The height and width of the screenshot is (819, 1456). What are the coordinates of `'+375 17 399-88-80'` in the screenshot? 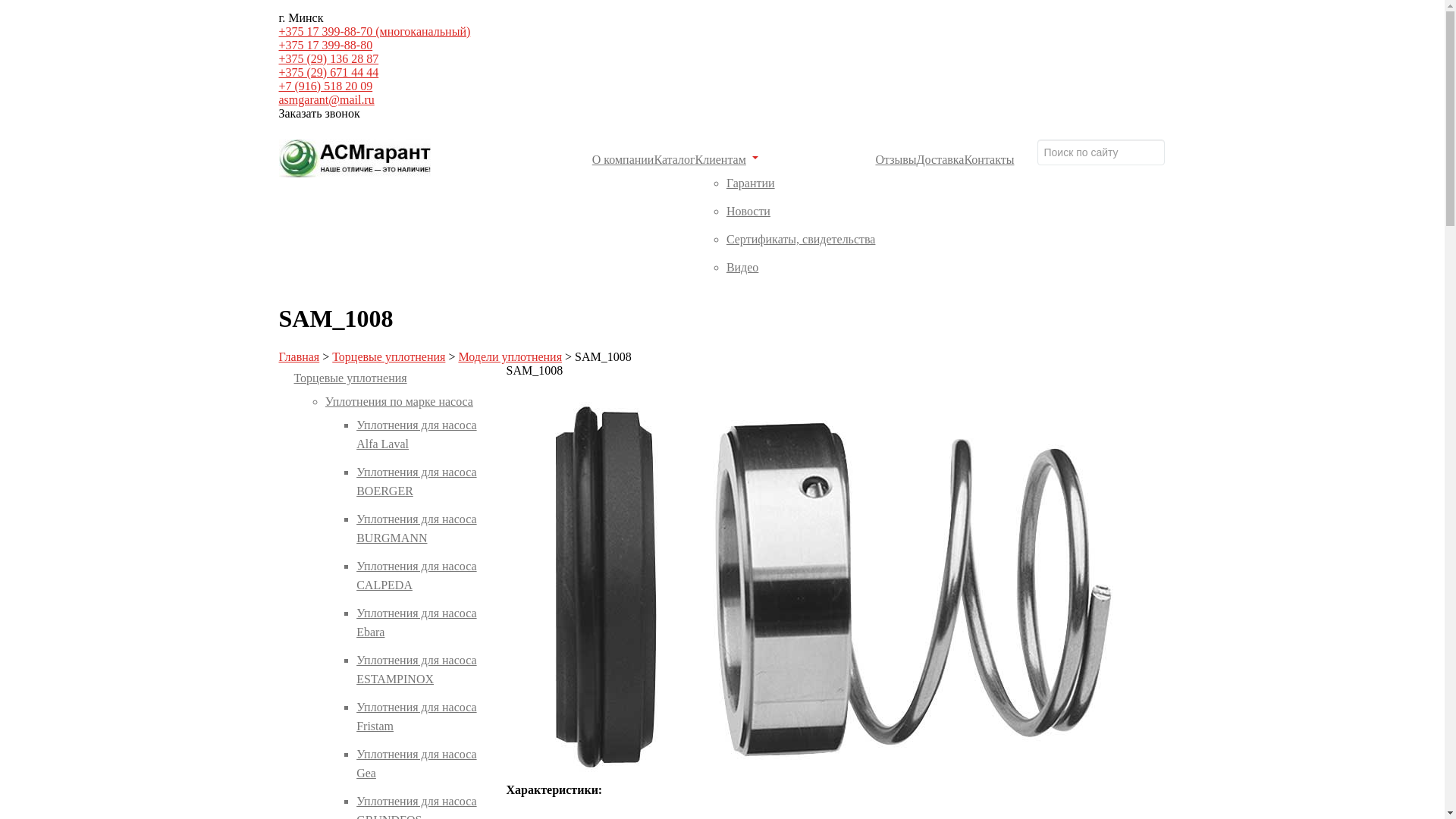 It's located at (325, 44).